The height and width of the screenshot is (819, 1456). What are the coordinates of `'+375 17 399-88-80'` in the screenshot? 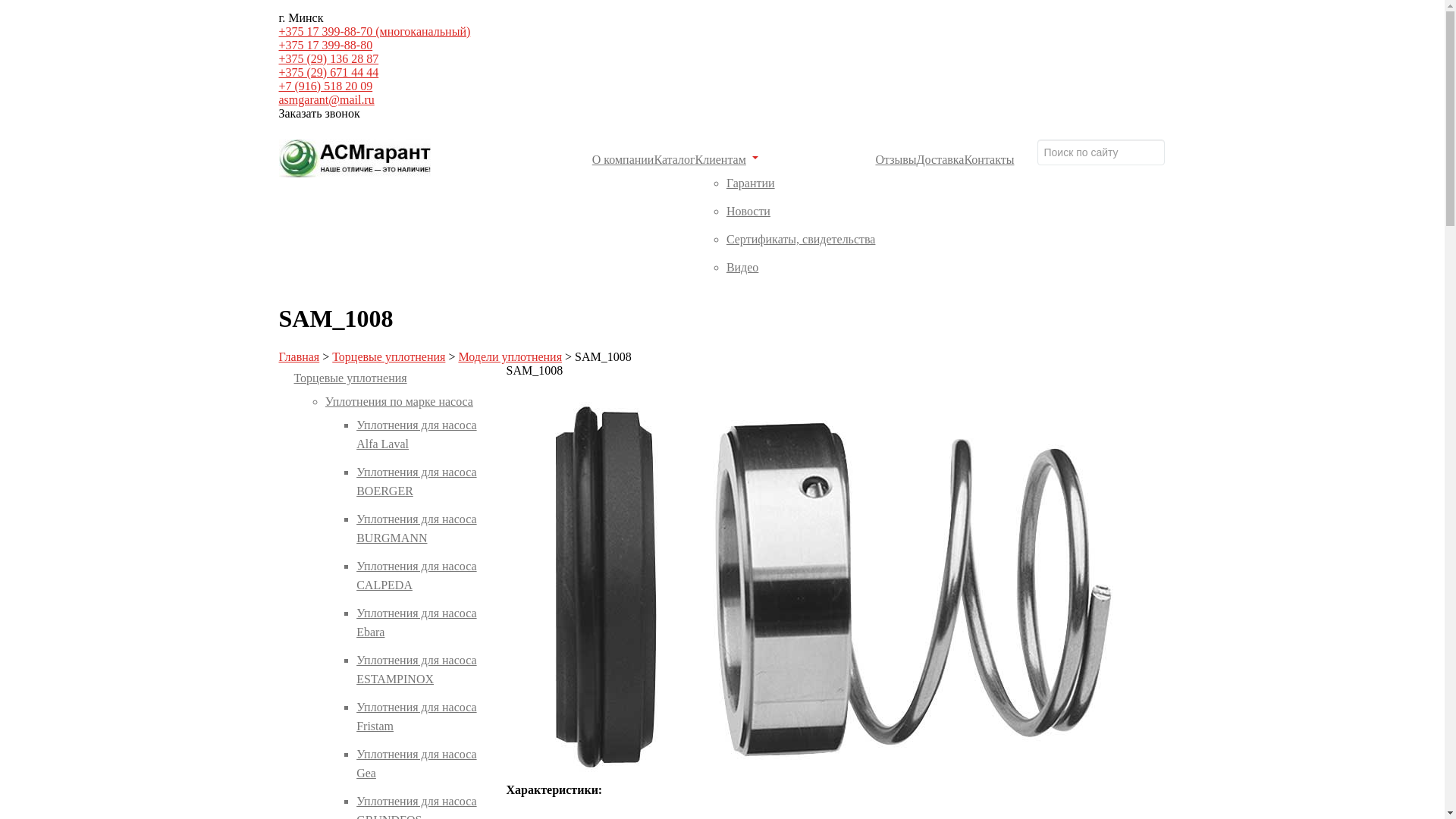 It's located at (325, 44).